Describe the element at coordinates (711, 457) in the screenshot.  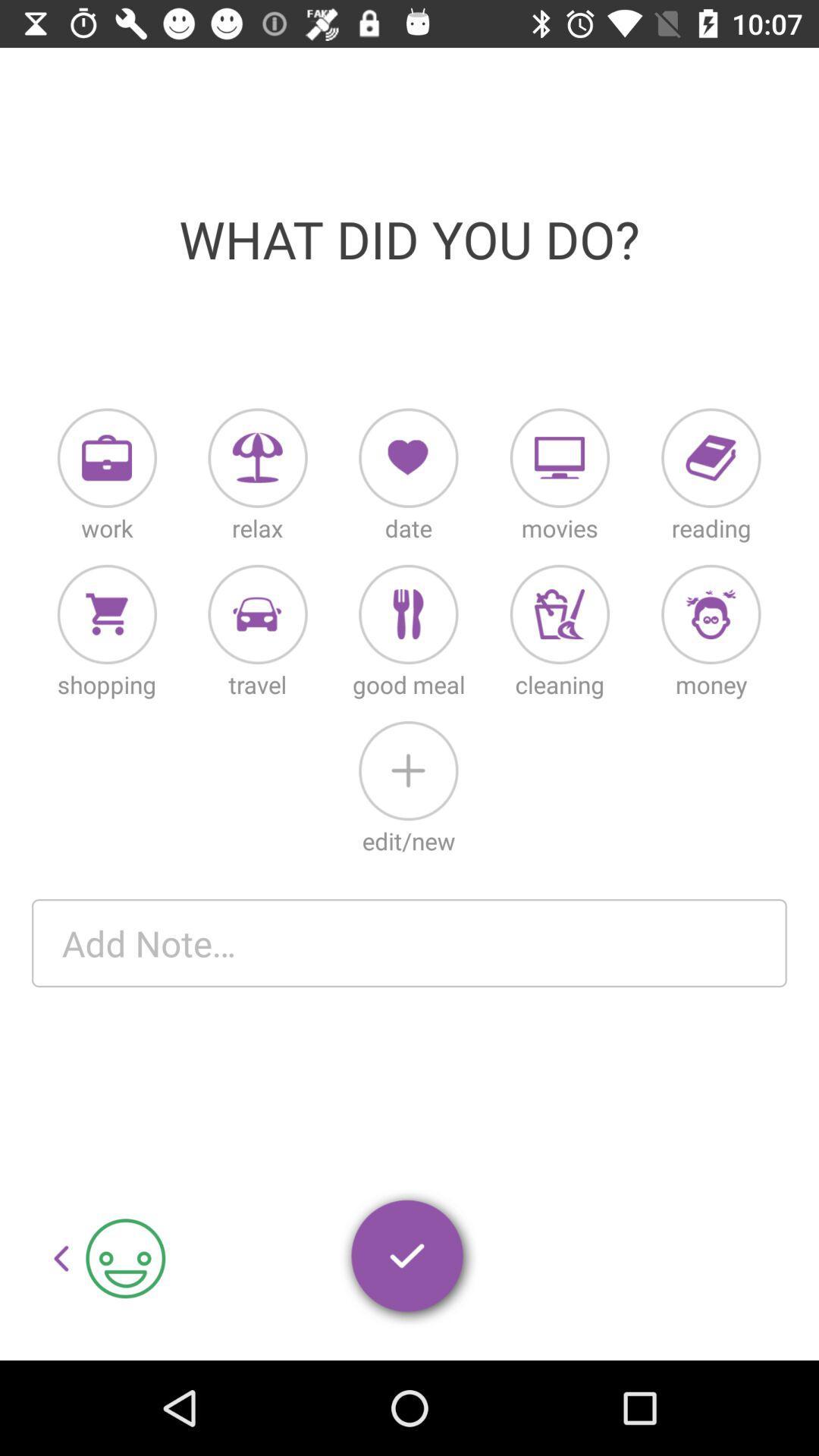
I see `reading diary entry` at that location.